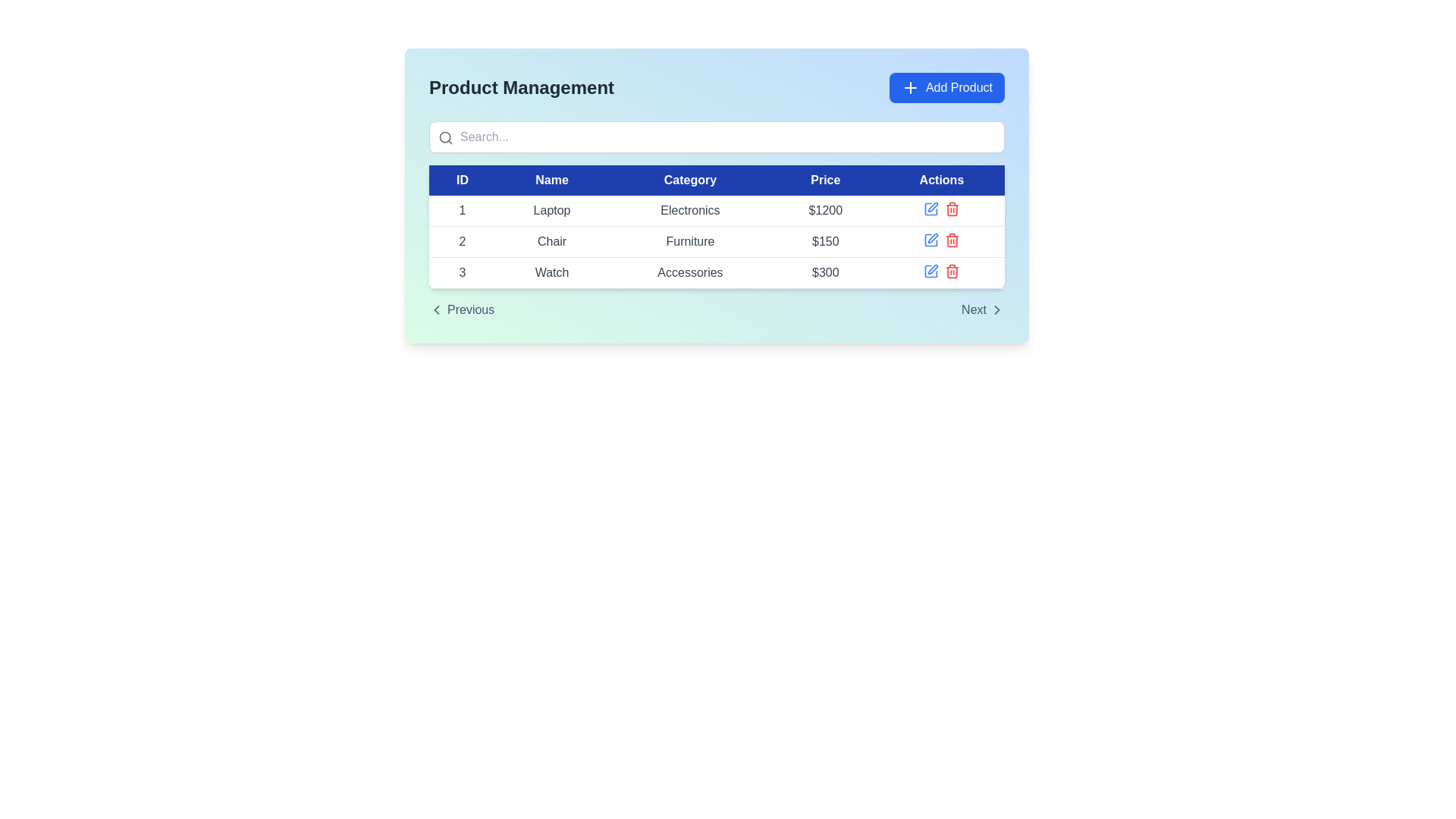 This screenshot has height=819, width=1456. What do you see at coordinates (951, 210) in the screenshot?
I see `the decorative vertical line of the trash can icon used for deleting the row corresponding to the third product, 'Watch'` at bounding box center [951, 210].